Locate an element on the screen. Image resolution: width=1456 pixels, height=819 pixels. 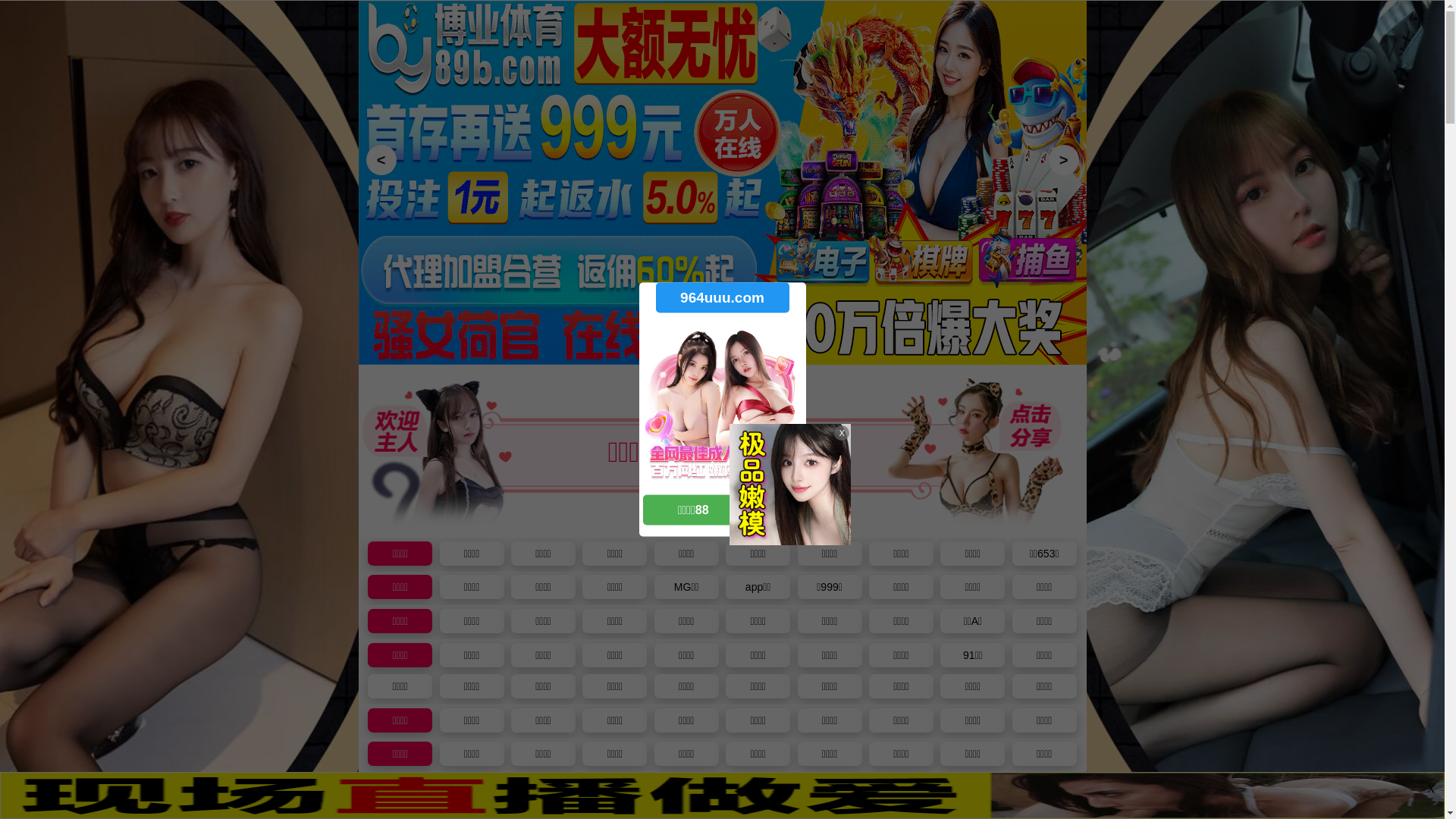
'X' is located at coordinates (1429, 789).